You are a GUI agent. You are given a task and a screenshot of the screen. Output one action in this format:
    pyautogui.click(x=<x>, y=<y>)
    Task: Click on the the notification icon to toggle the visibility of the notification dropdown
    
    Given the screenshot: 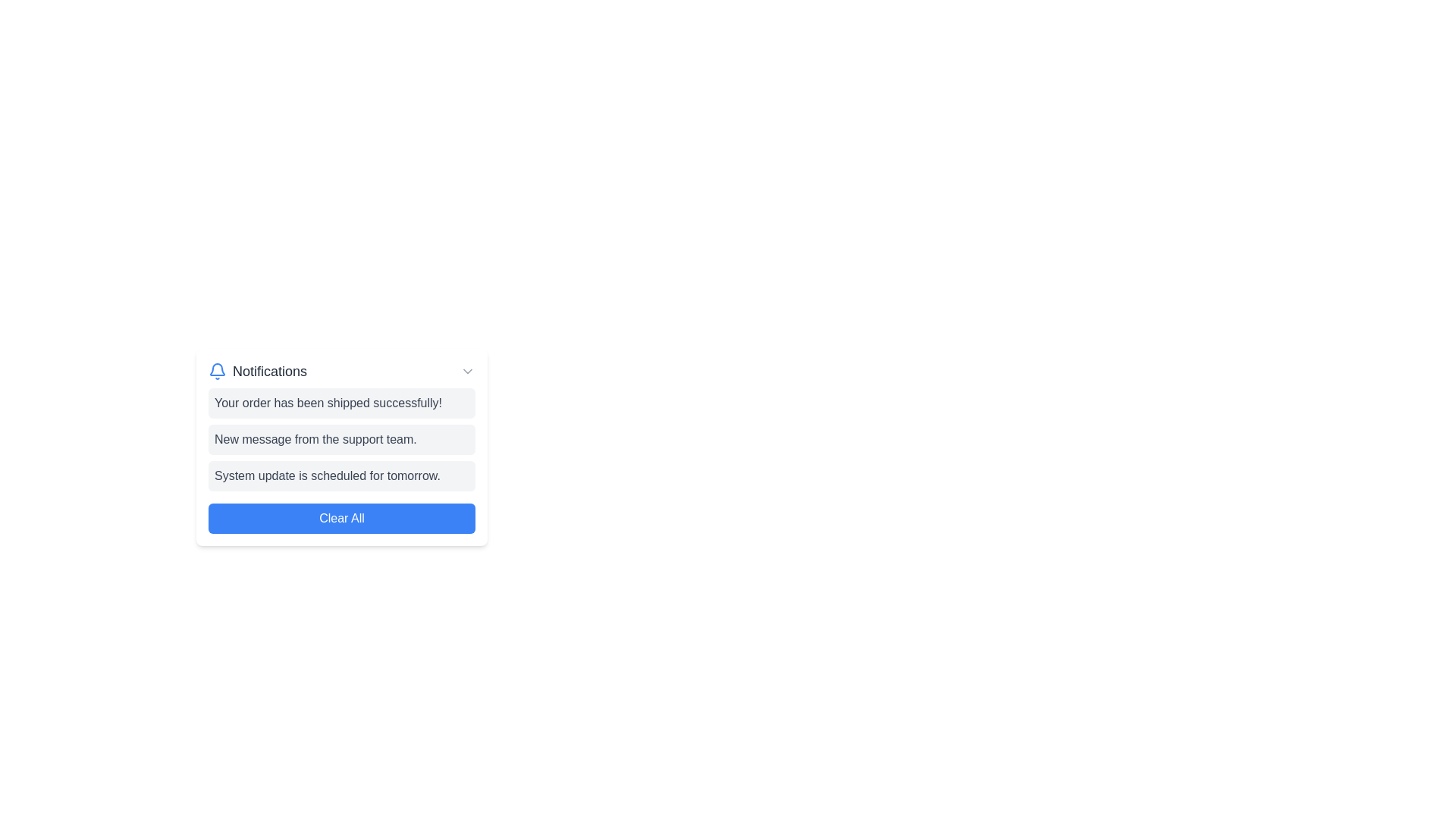 What is the action you would take?
    pyautogui.click(x=217, y=371)
    